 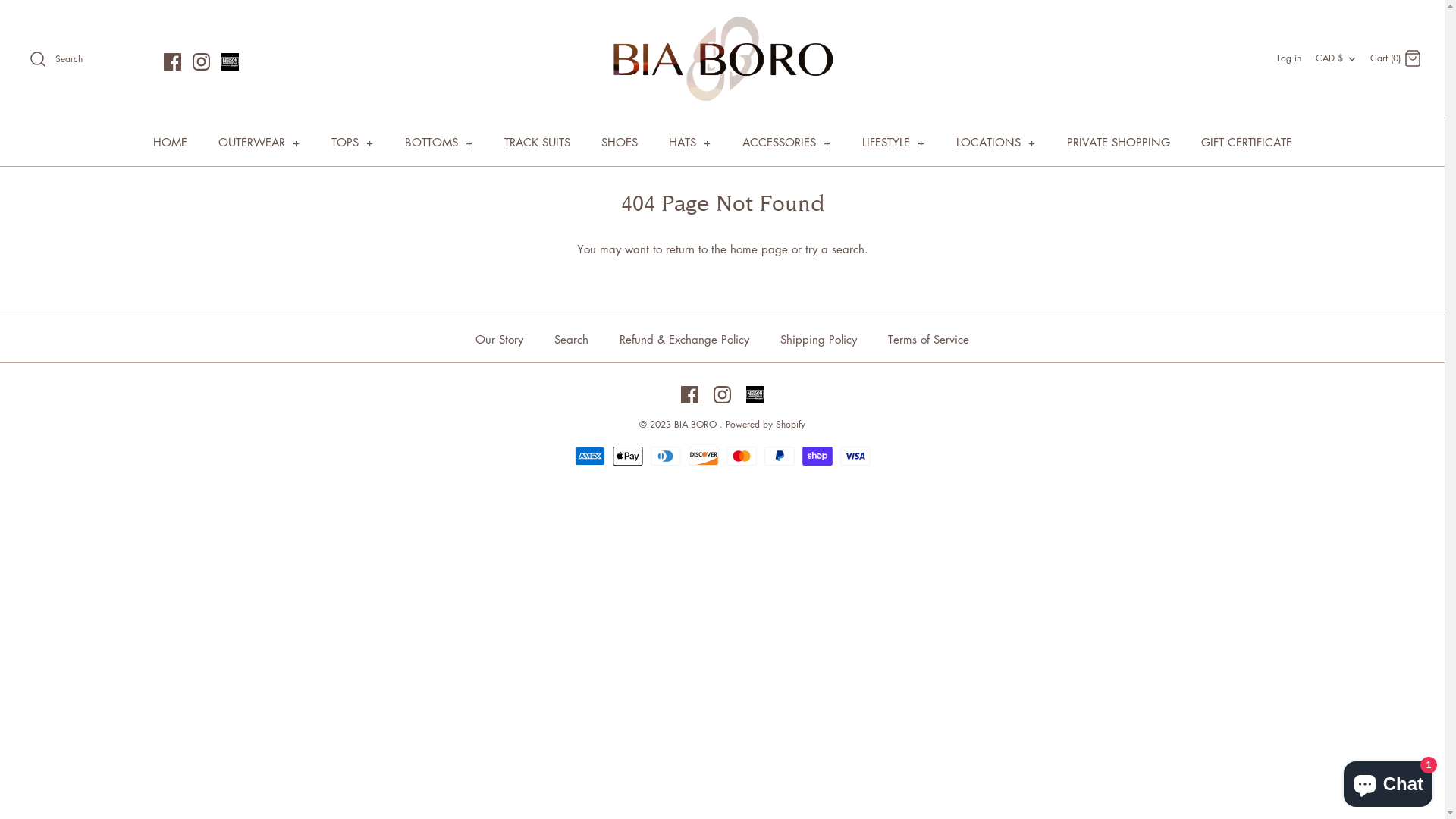 What do you see at coordinates (200, 61) in the screenshot?
I see `'Instagram'` at bounding box center [200, 61].